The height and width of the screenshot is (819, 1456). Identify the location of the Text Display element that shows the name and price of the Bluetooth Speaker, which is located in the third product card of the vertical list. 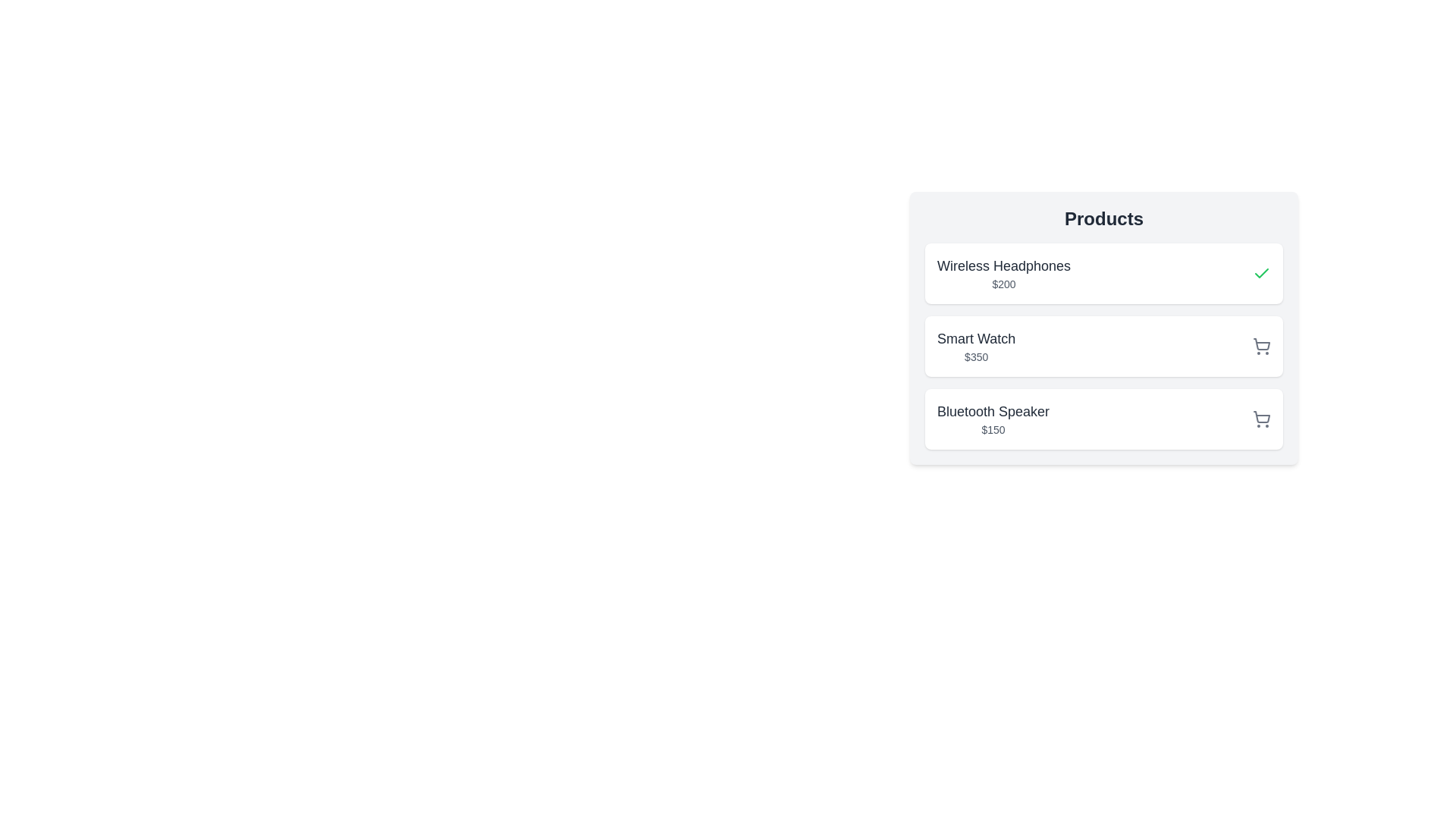
(993, 419).